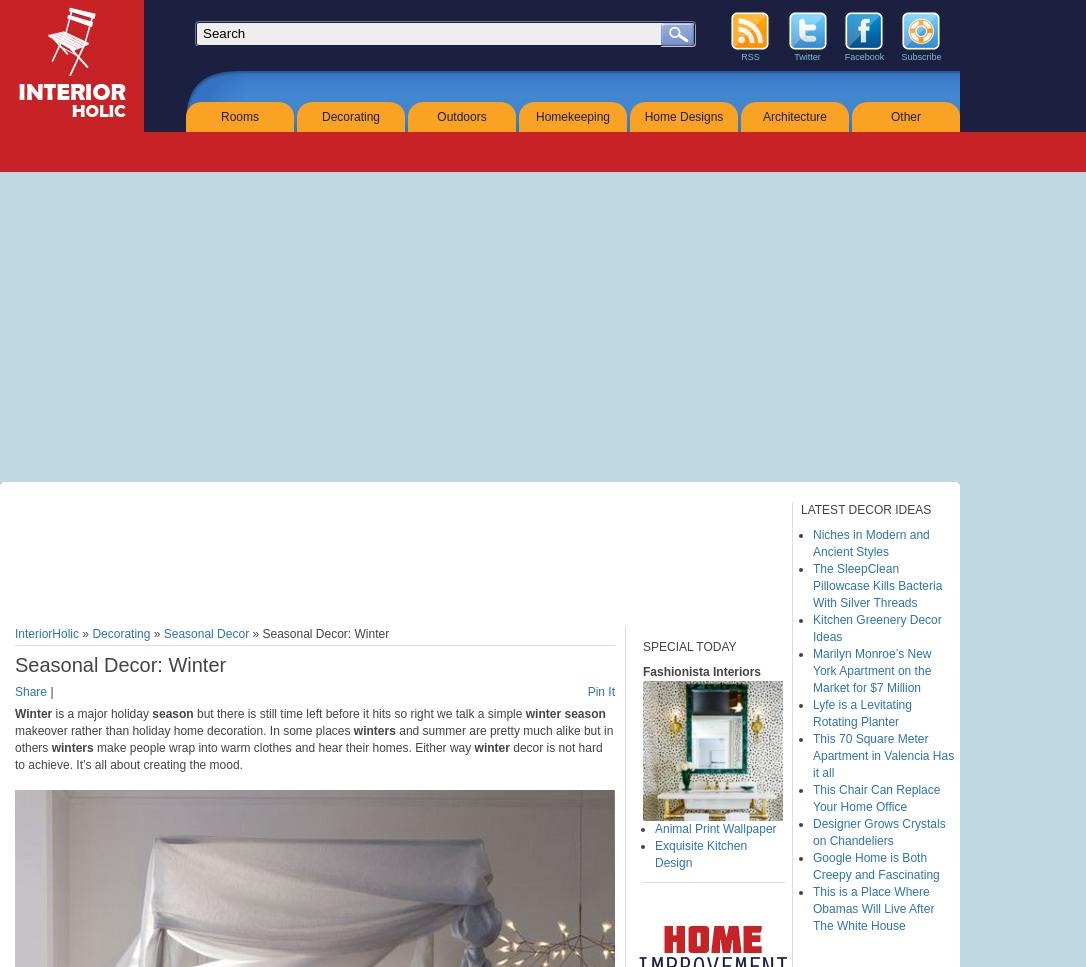 The height and width of the screenshot is (967, 1086). What do you see at coordinates (14, 632) in the screenshot?
I see `'InteriorHolic'` at bounding box center [14, 632].